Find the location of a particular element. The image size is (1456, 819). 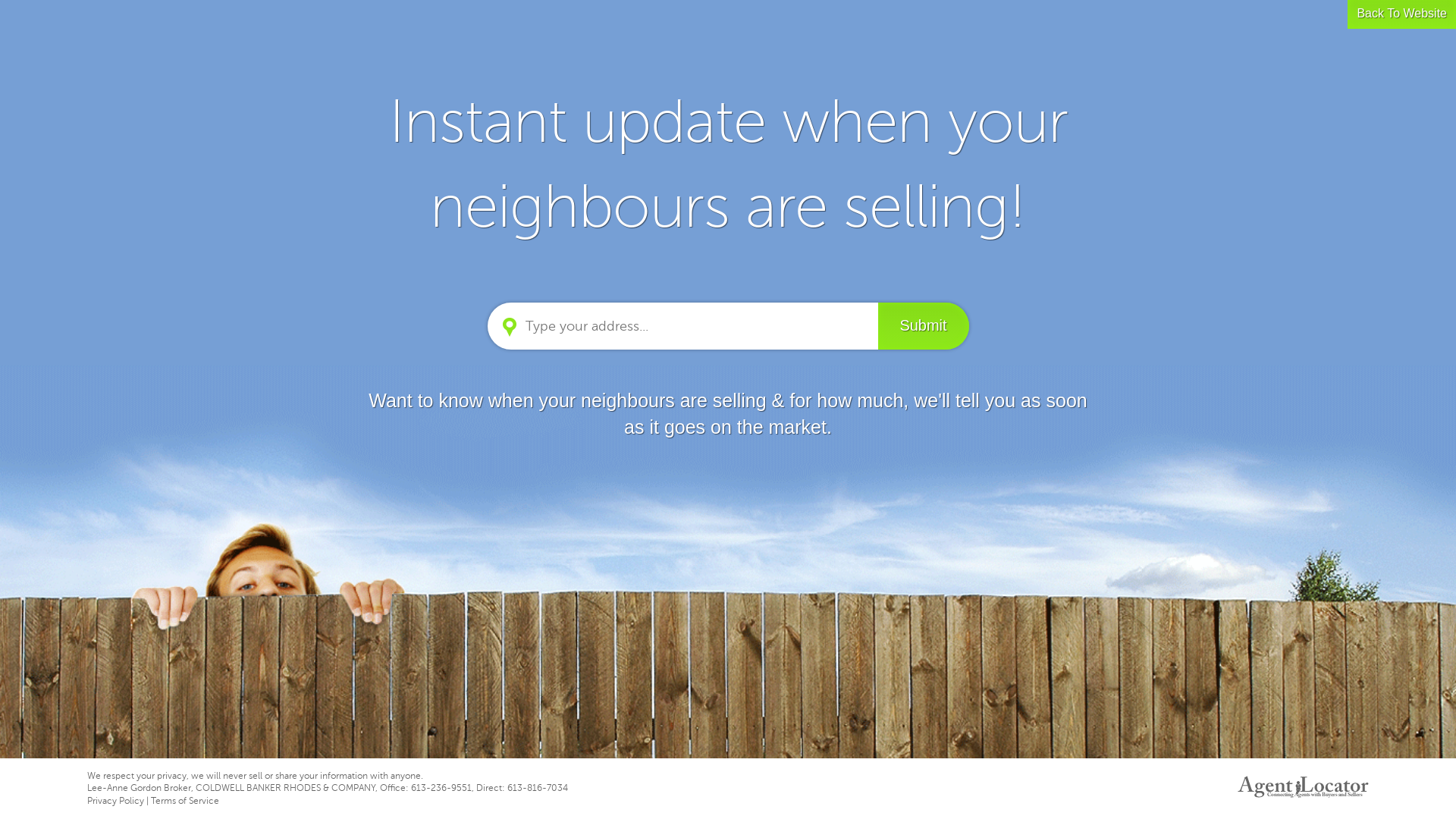

'Privacy Policy' is located at coordinates (115, 800).